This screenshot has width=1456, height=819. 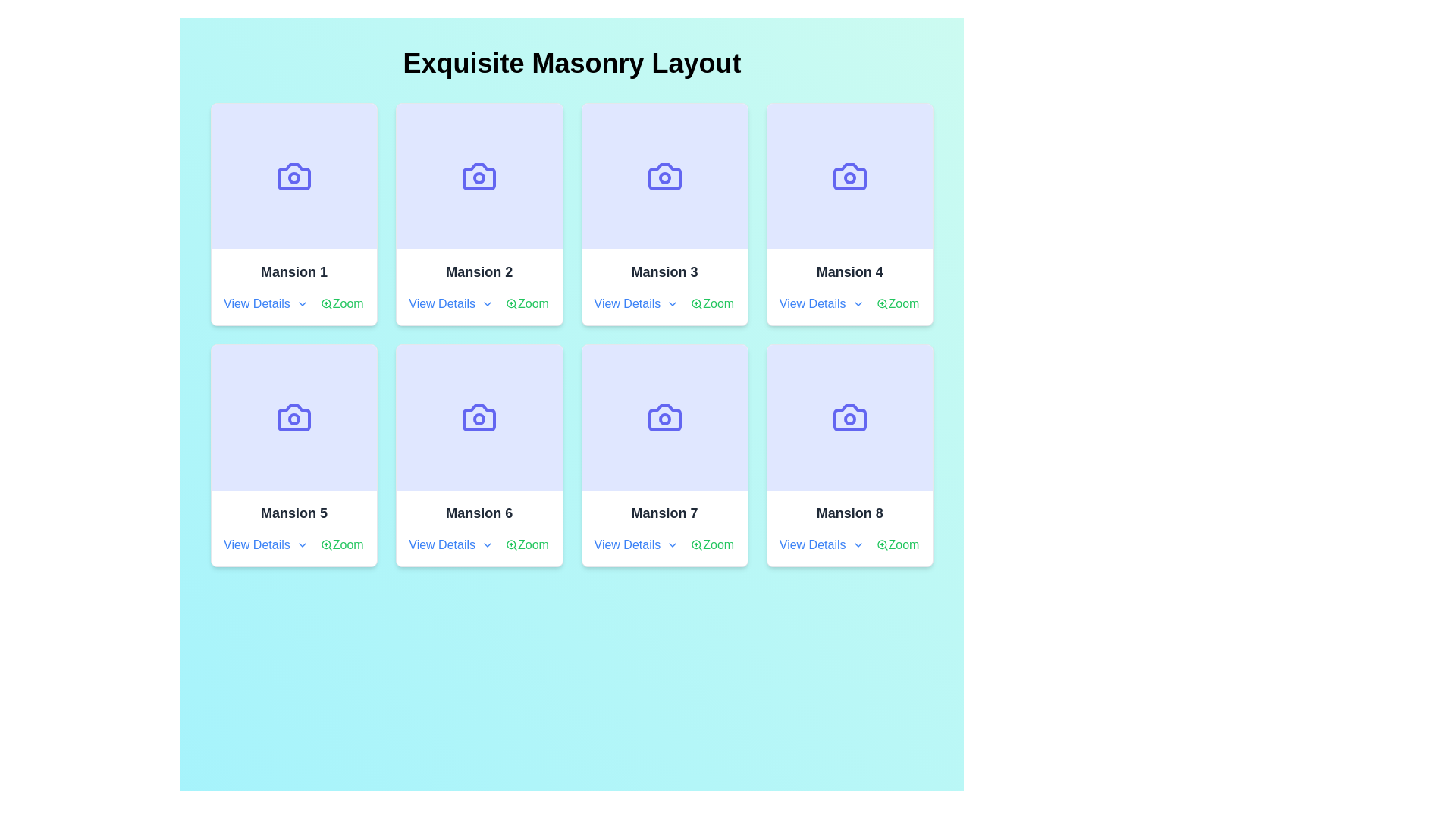 What do you see at coordinates (265, 304) in the screenshot?
I see `the link with an associated icon` at bounding box center [265, 304].